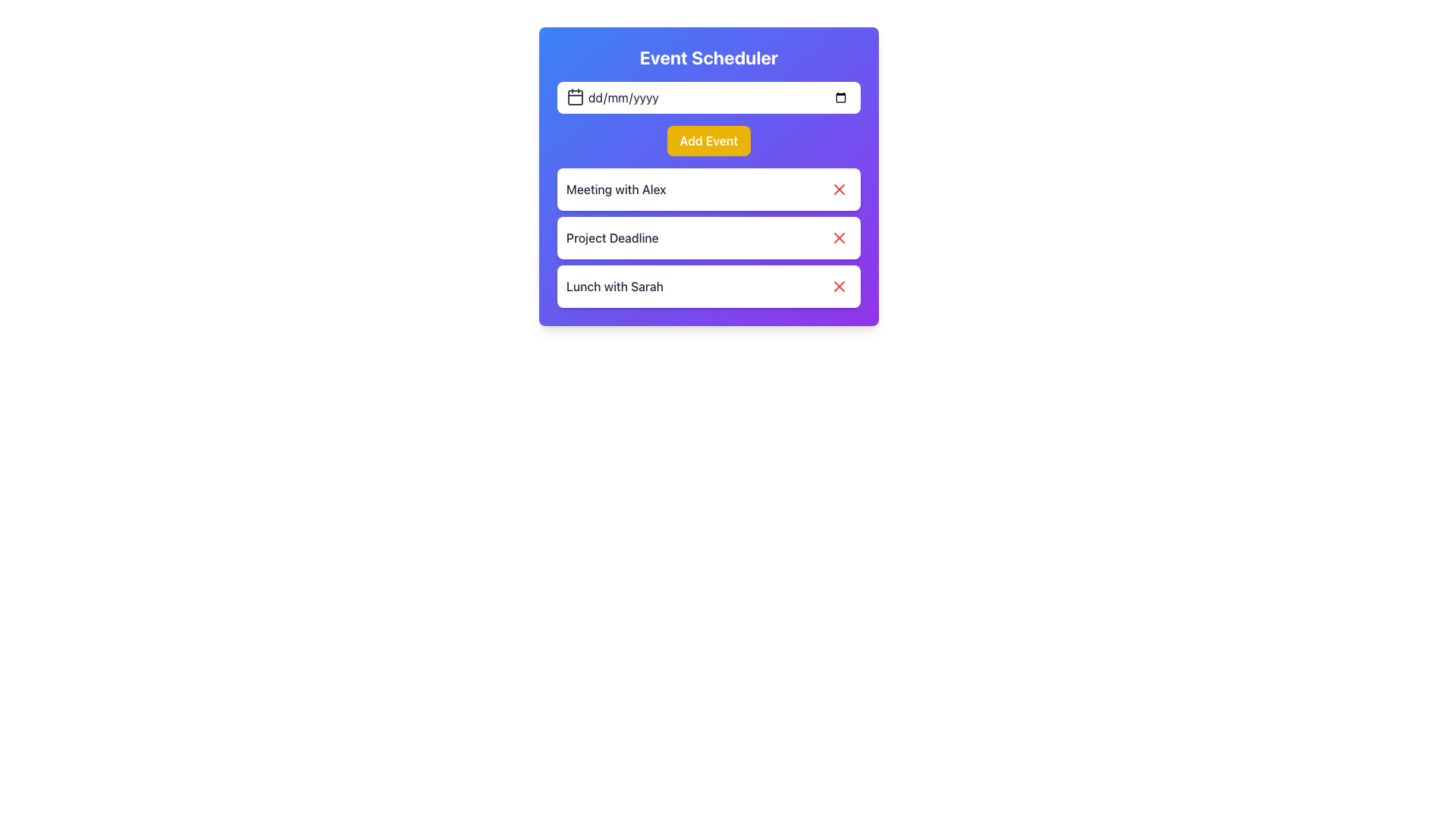 This screenshot has width=1456, height=819. I want to click on the calendar icon, which is a dark gray box-shaped element with a top bar and two vertical lines, located to the left of the date input field near the top center of the scheduler component, so click(574, 96).